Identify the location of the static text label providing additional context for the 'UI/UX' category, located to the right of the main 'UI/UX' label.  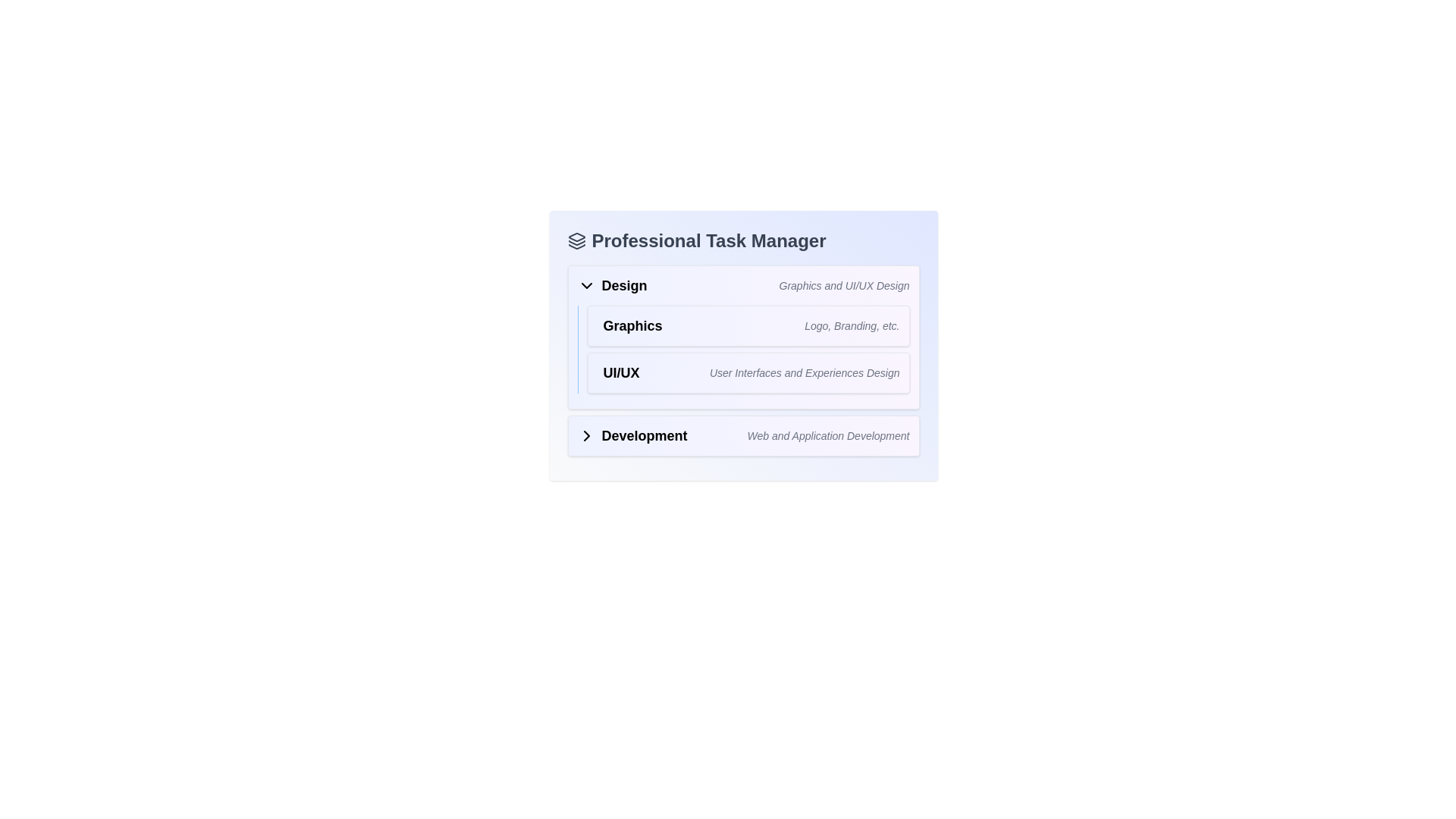
(804, 373).